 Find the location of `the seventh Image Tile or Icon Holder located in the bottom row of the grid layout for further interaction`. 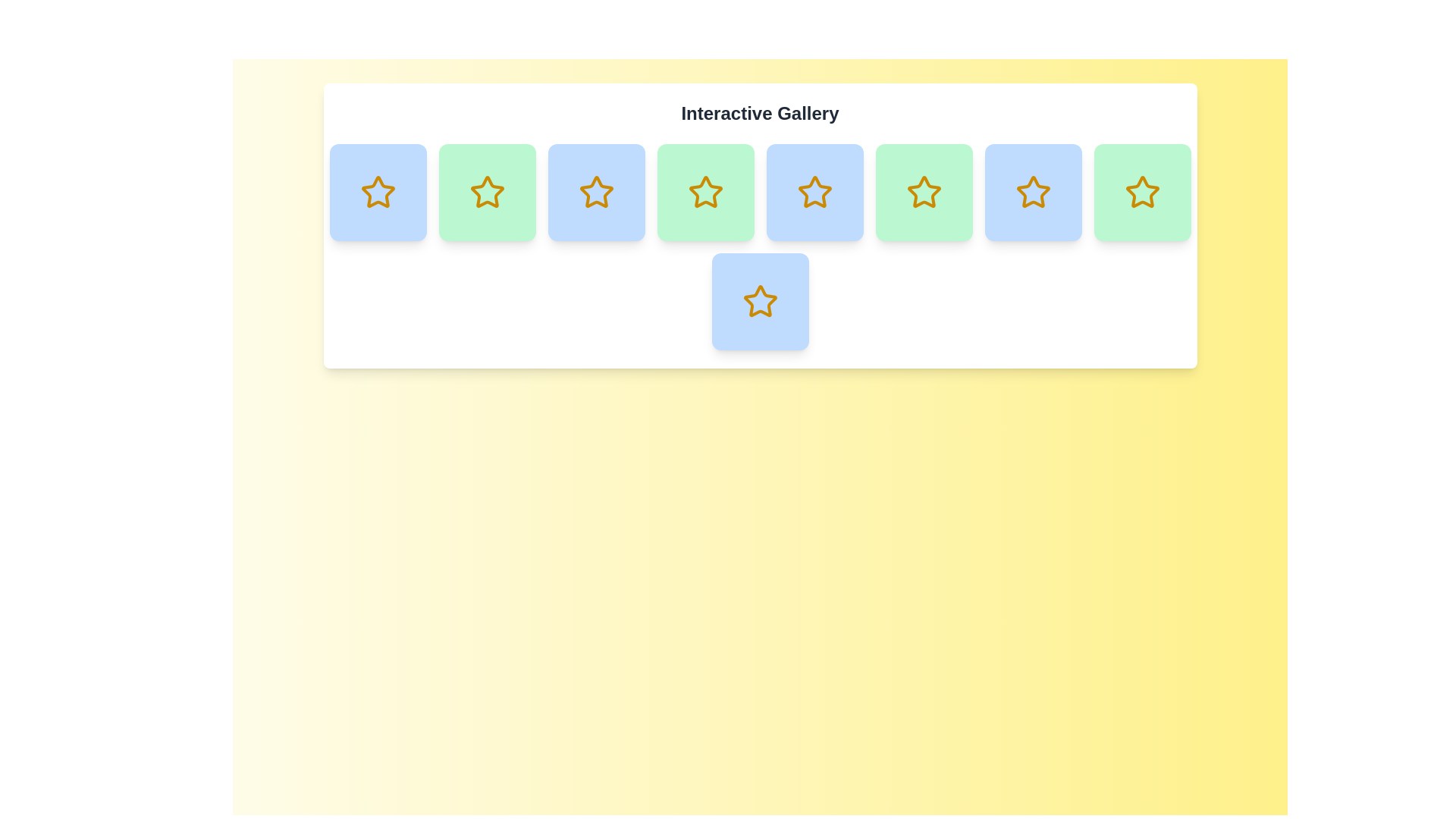

the seventh Image Tile or Icon Holder located in the bottom row of the grid layout for further interaction is located at coordinates (760, 301).